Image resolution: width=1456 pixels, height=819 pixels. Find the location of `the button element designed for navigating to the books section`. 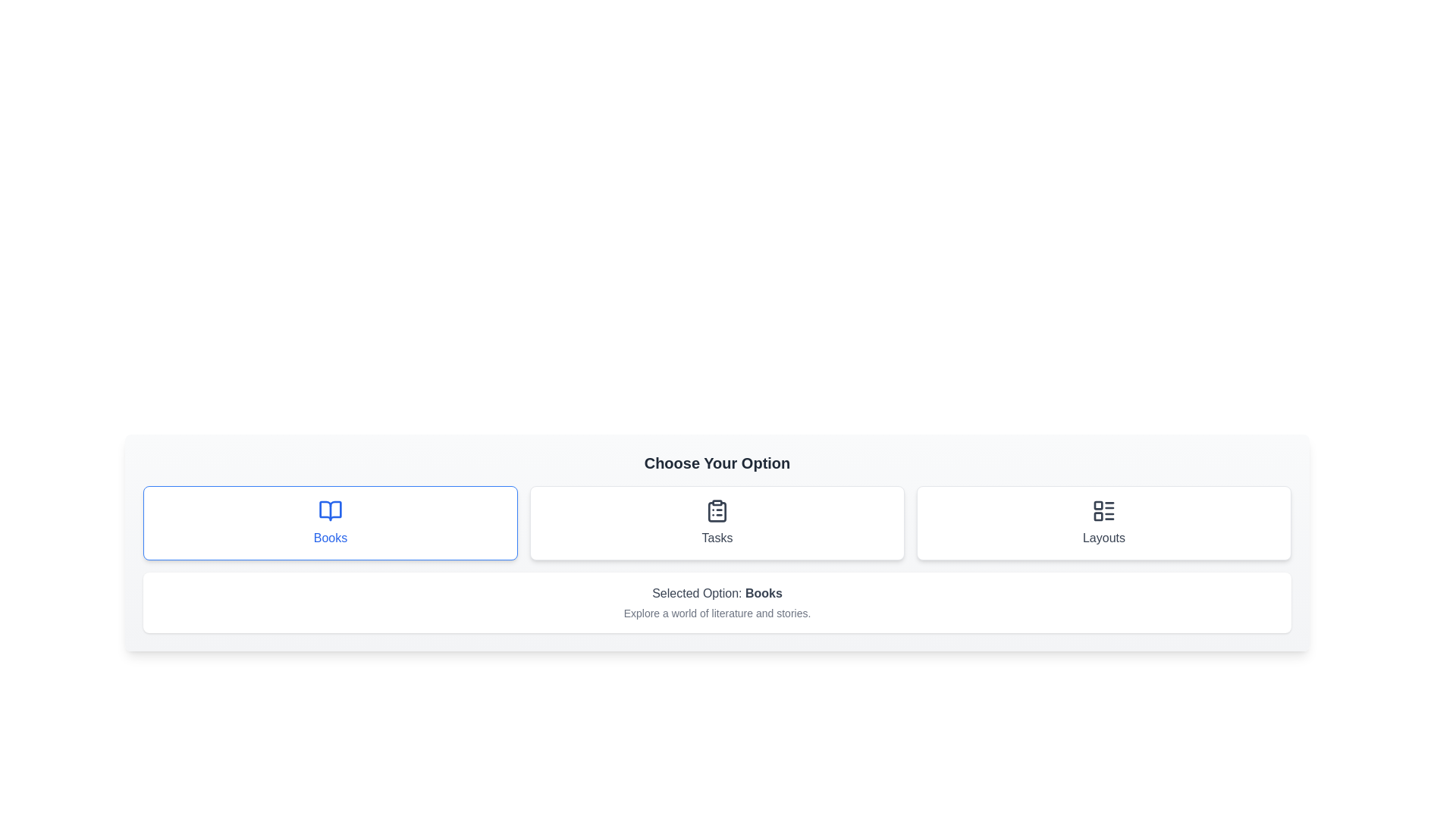

the button element designed for navigating to the books section is located at coordinates (330, 522).